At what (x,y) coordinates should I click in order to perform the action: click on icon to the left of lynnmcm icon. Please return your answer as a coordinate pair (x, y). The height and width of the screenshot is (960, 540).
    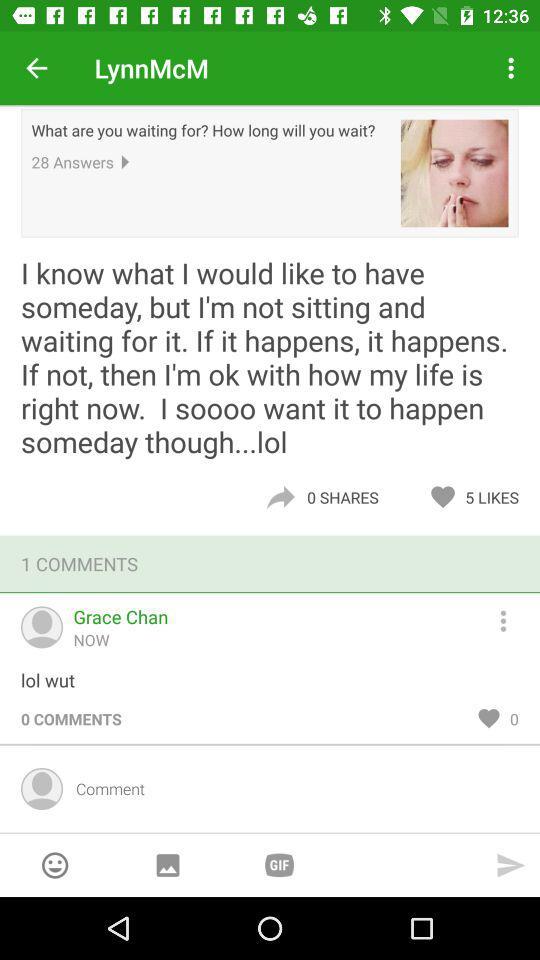
    Looking at the image, I should click on (36, 68).